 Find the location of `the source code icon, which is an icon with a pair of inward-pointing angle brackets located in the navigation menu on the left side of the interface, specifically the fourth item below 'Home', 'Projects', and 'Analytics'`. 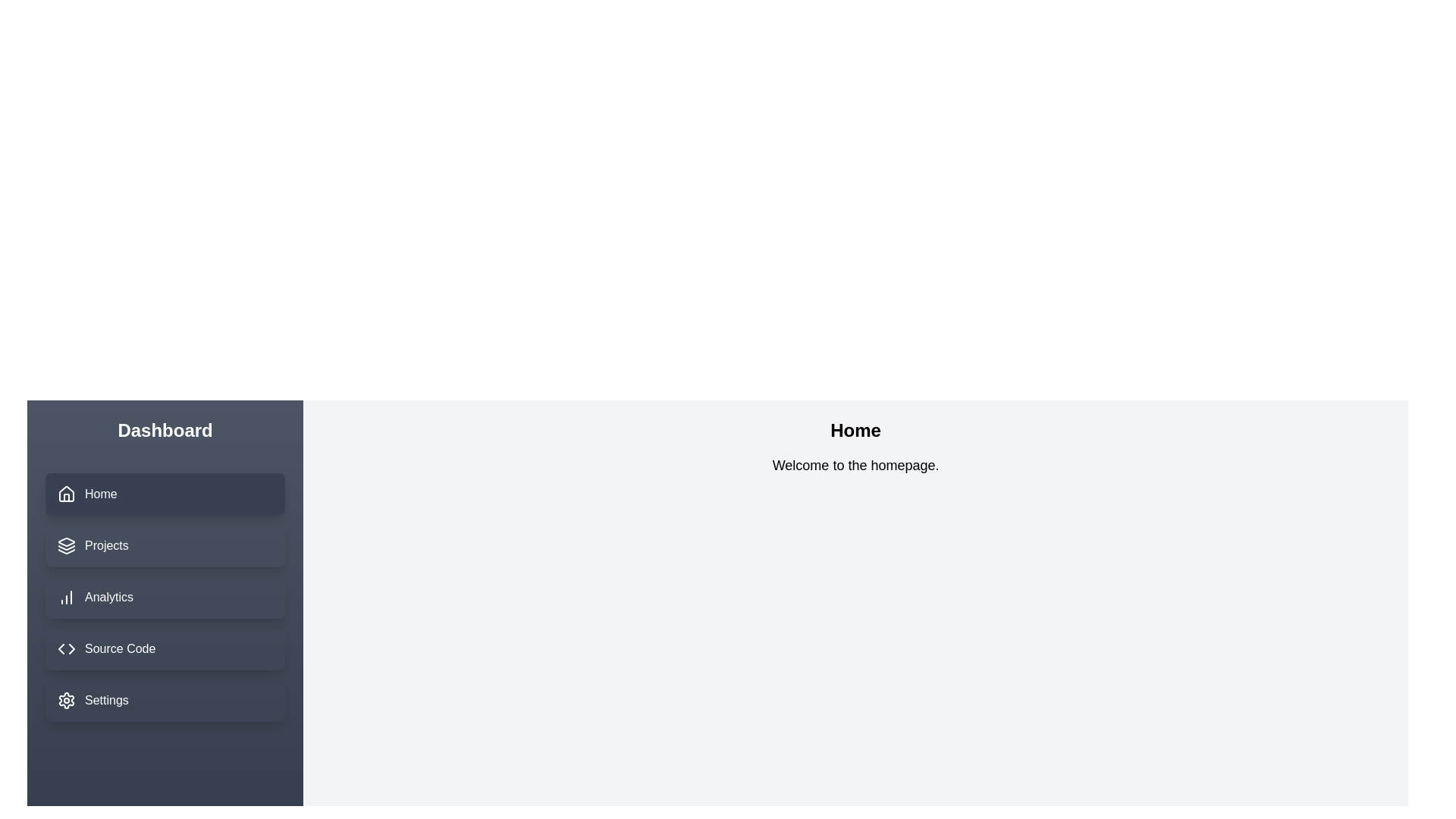

the source code icon, which is an icon with a pair of inward-pointing angle brackets located in the navigation menu on the left side of the interface, specifically the fourth item below 'Home', 'Projects', and 'Analytics' is located at coordinates (65, 648).